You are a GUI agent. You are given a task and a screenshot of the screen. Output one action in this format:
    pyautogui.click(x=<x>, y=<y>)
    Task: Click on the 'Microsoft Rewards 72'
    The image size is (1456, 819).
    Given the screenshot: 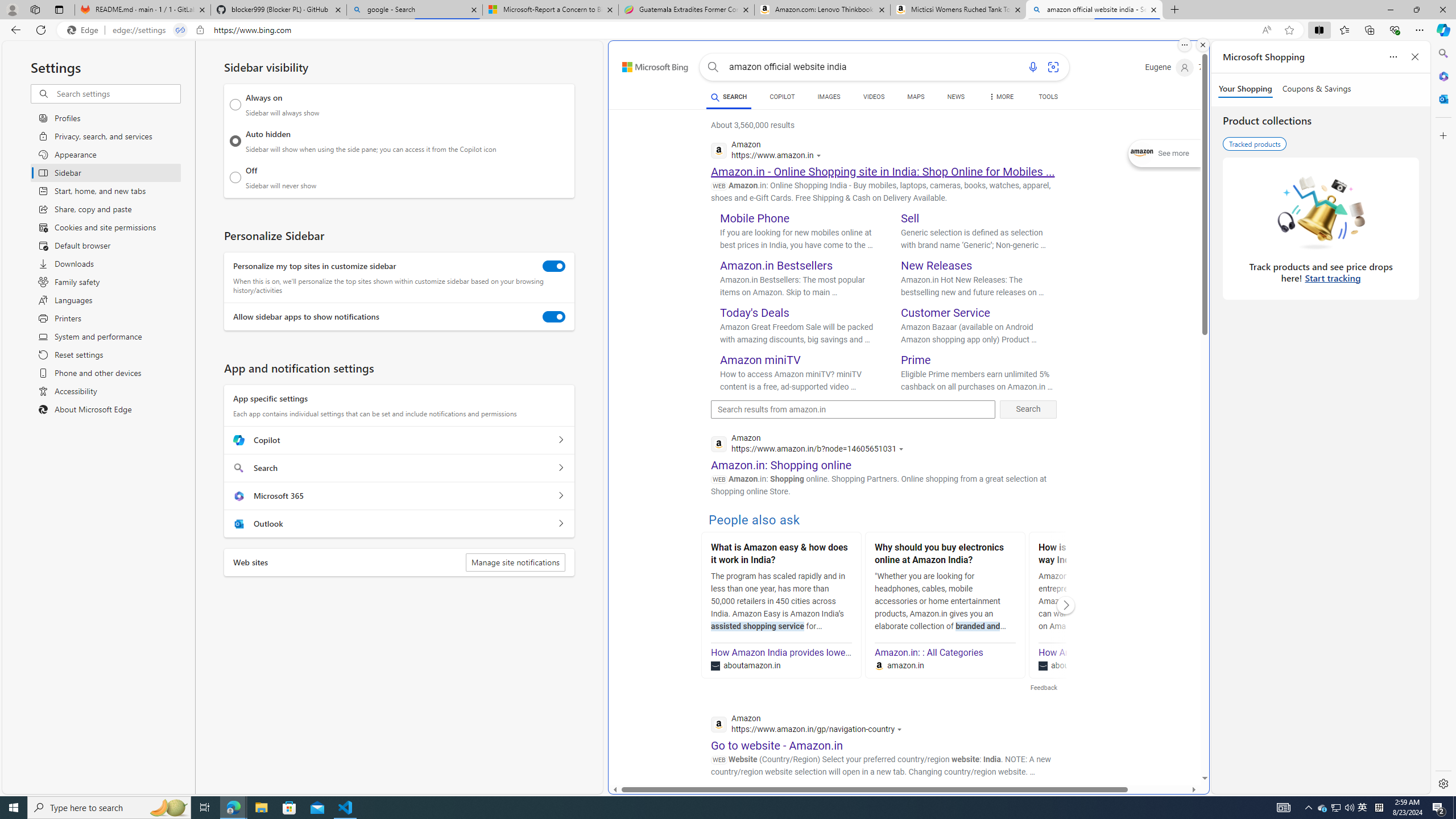 What is the action you would take?
    pyautogui.click(x=1215, y=67)
    